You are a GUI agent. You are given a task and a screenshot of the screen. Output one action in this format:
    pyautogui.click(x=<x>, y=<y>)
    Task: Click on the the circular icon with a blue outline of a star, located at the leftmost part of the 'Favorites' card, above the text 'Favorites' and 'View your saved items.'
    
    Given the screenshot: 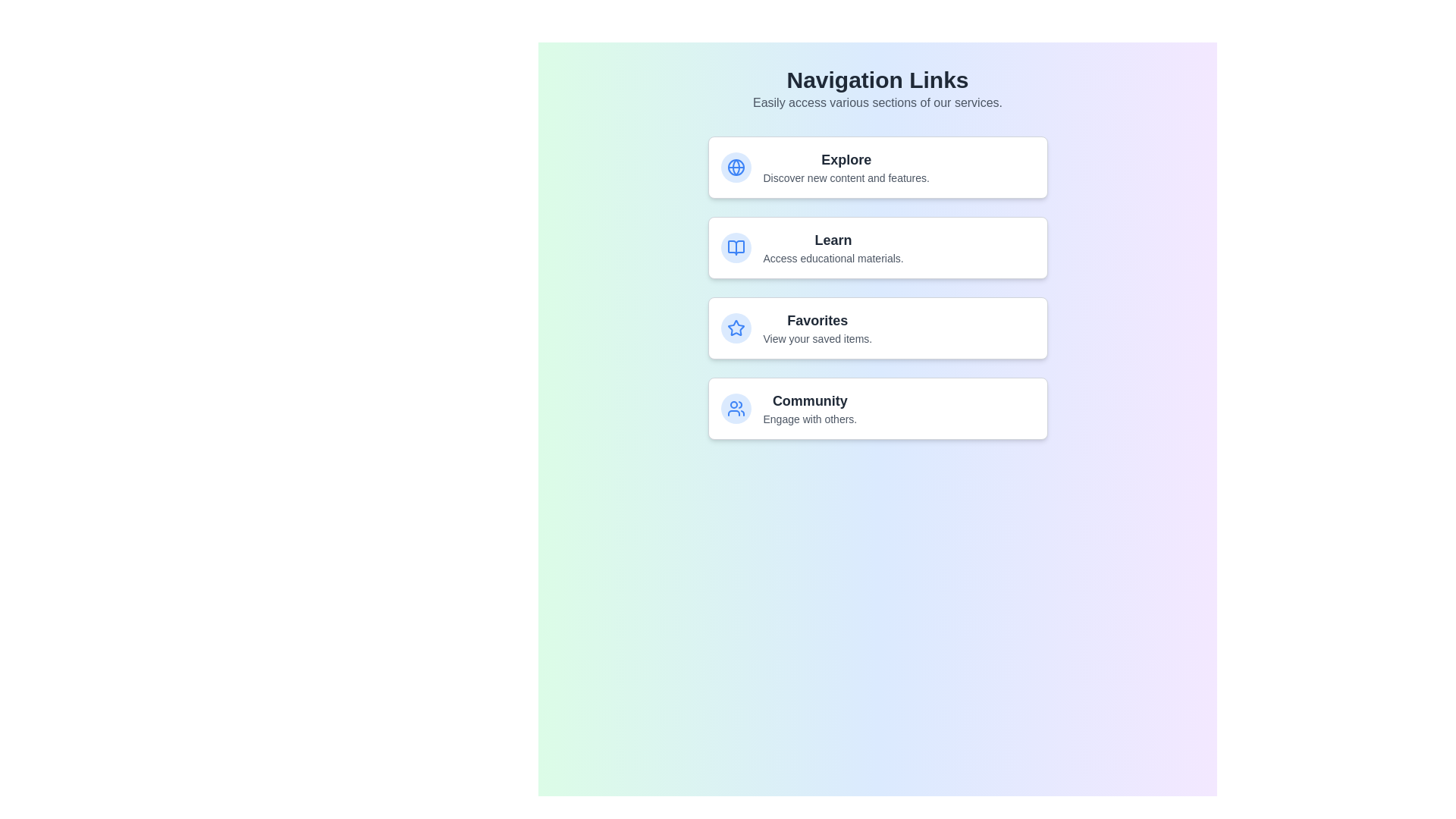 What is the action you would take?
    pyautogui.click(x=736, y=327)
    